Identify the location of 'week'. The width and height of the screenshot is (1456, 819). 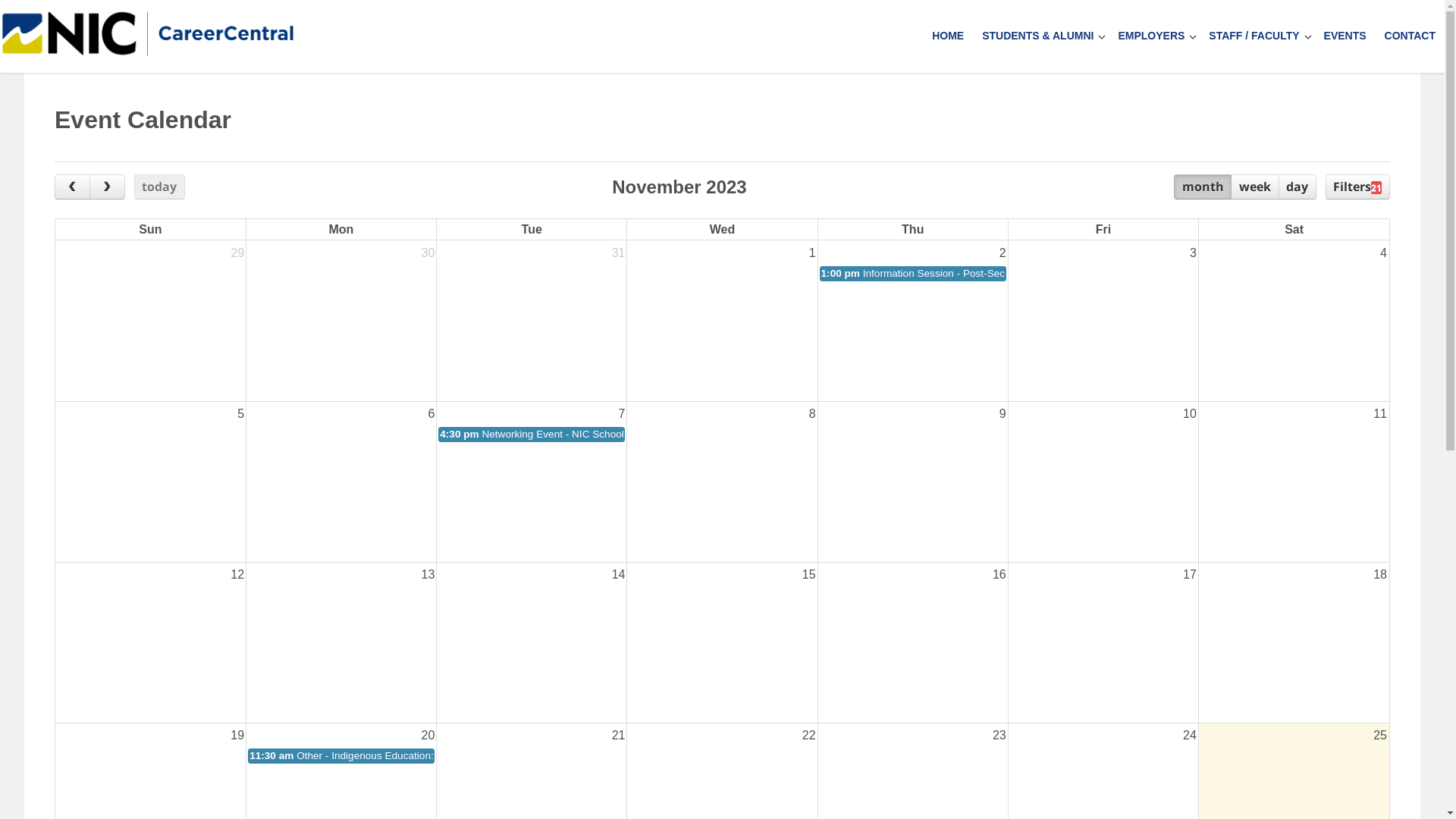
(1254, 186).